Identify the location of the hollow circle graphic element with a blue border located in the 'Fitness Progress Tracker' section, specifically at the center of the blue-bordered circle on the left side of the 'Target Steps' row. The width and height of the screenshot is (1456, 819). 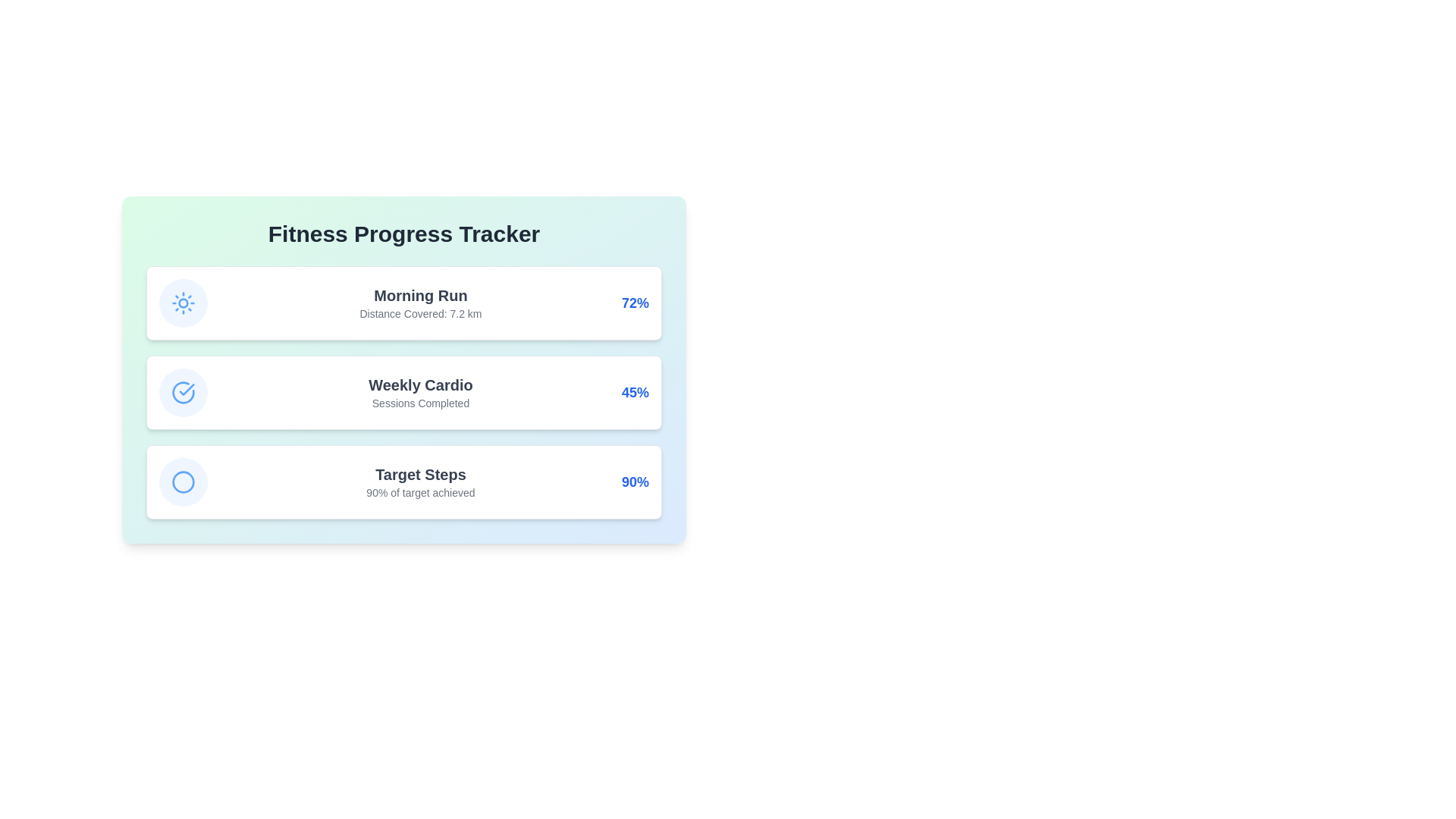
(182, 482).